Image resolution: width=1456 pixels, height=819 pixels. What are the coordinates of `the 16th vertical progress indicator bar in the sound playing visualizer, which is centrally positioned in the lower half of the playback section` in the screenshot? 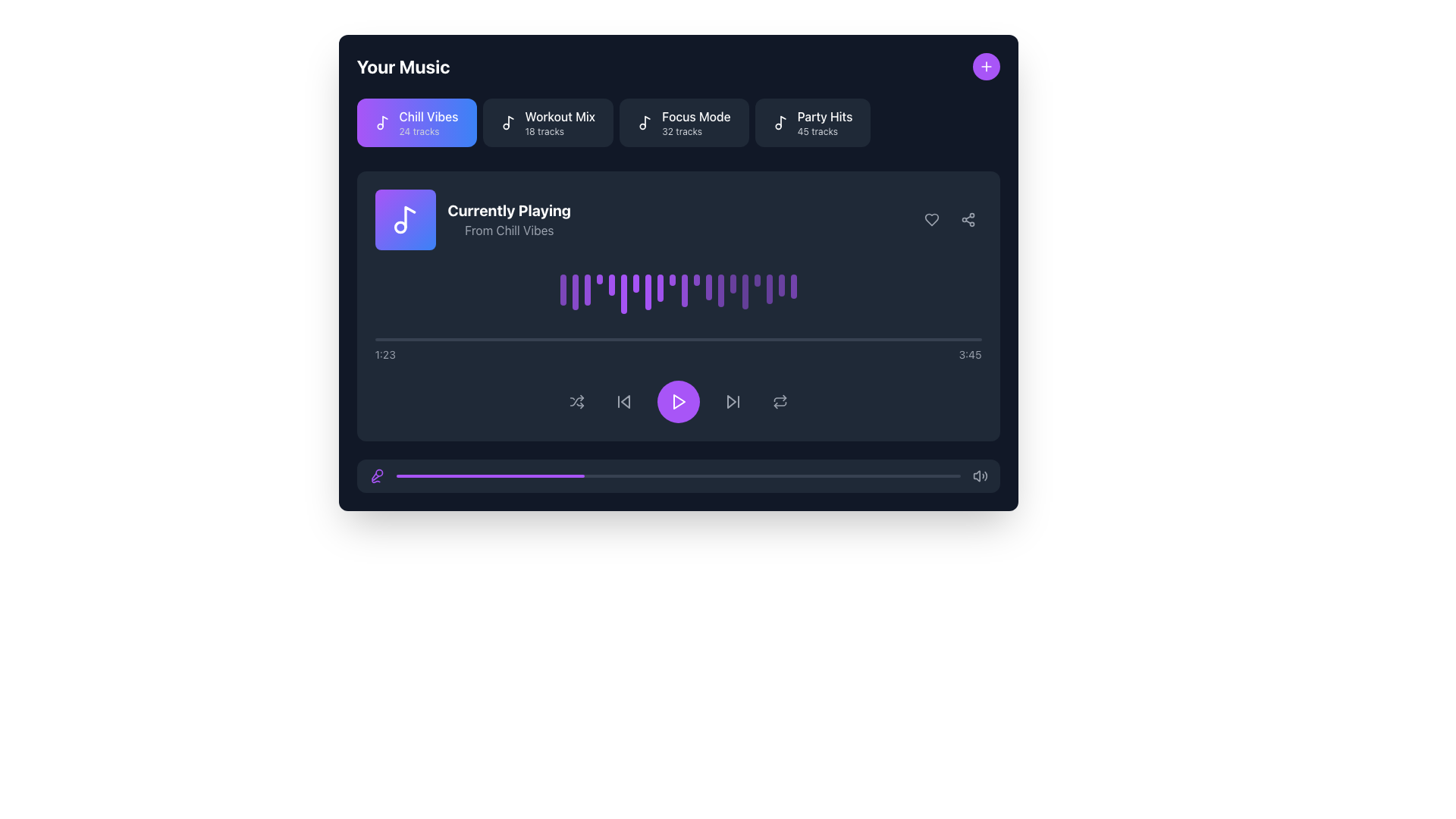 It's located at (745, 292).